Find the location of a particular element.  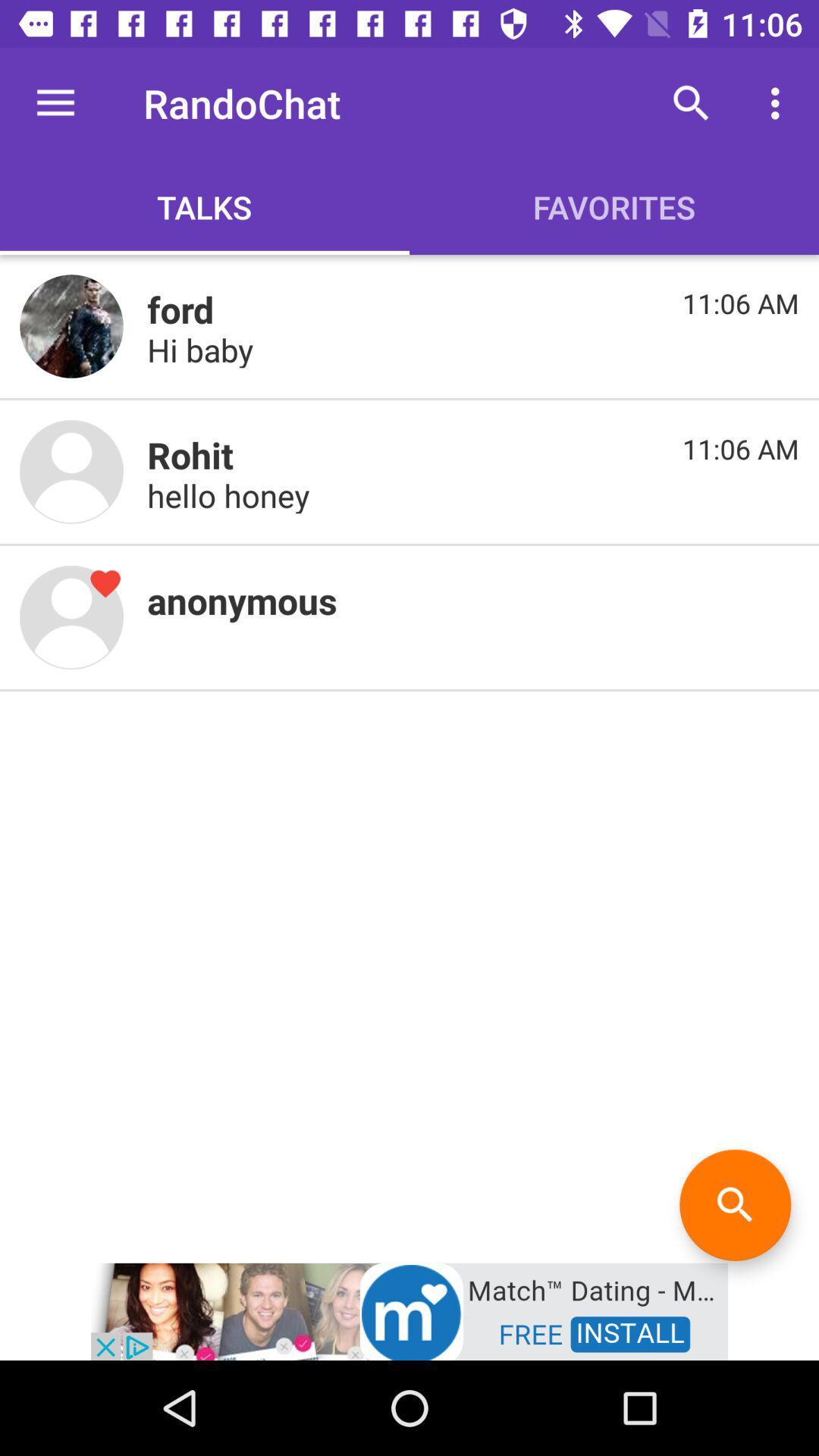

open profile image is located at coordinates (71, 617).